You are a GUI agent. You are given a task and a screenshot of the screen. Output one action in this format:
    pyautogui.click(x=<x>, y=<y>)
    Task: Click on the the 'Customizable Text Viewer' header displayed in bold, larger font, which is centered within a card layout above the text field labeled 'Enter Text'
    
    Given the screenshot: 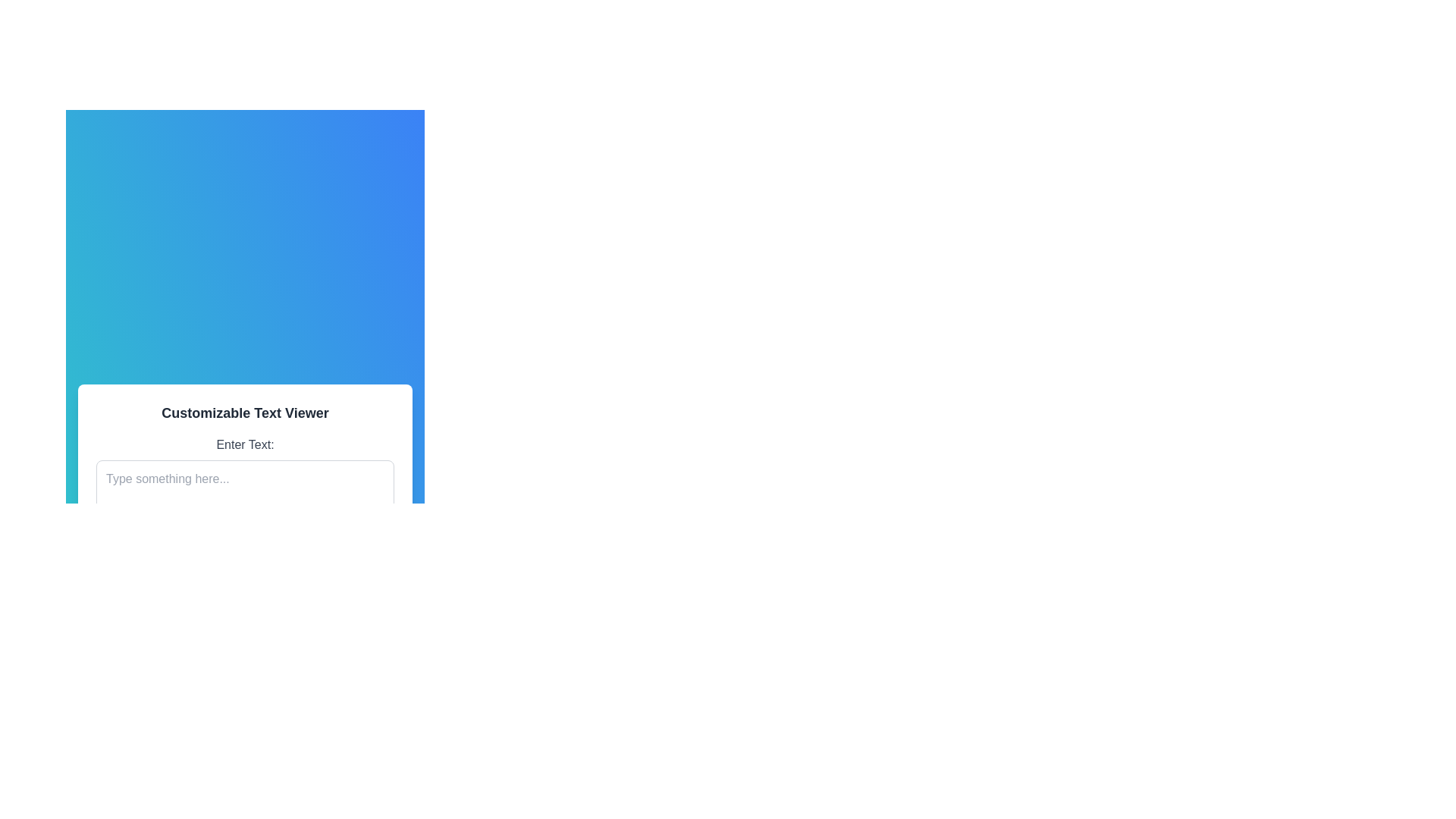 What is the action you would take?
    pyautogui.click(x=245, y=413)
    